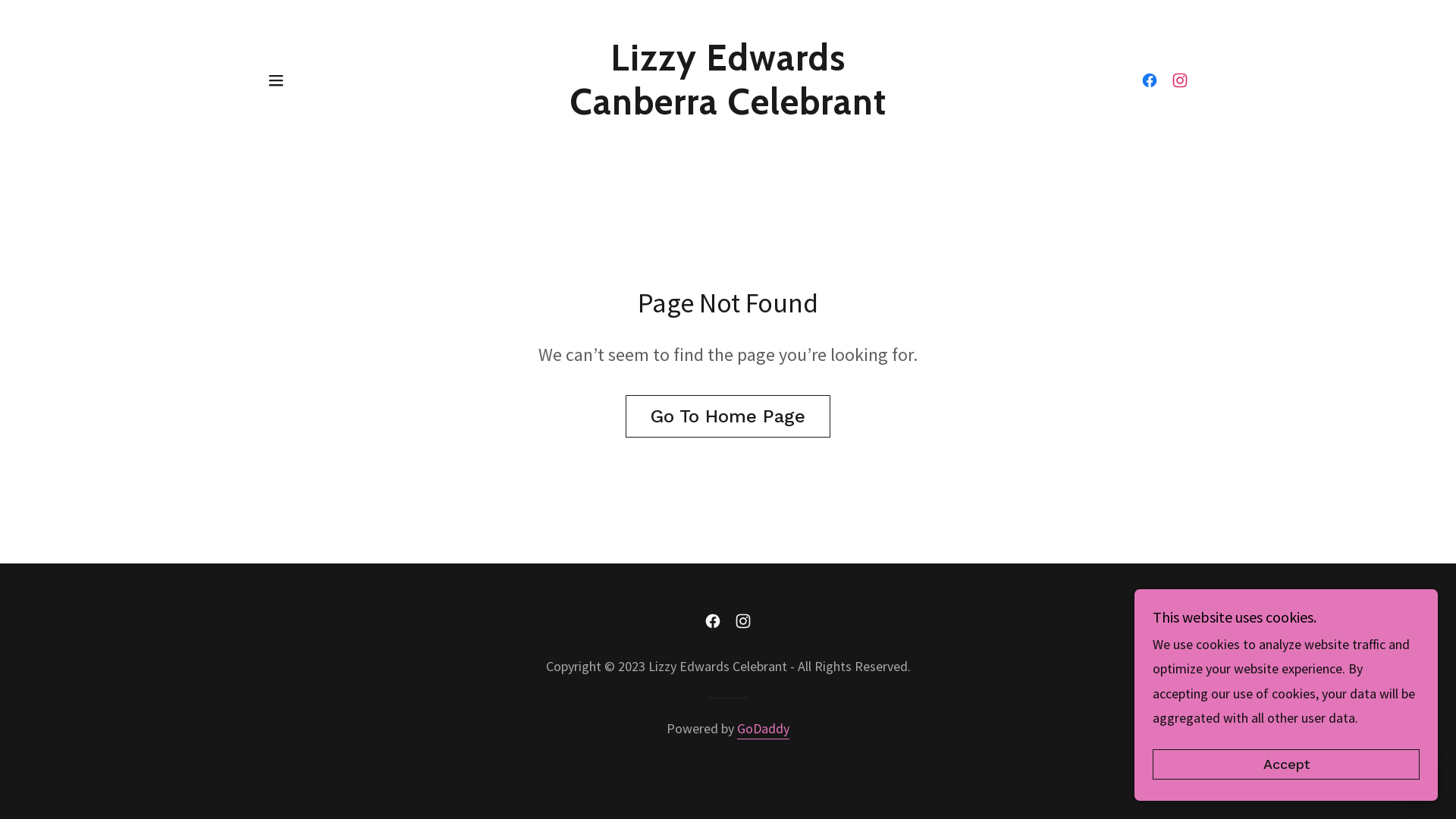 This screenshot has height=819, width=1456. What do you see at coordinates (1285, 764) in the screenshot?
I see `'Accept'` at bounding box center [1285, 764].